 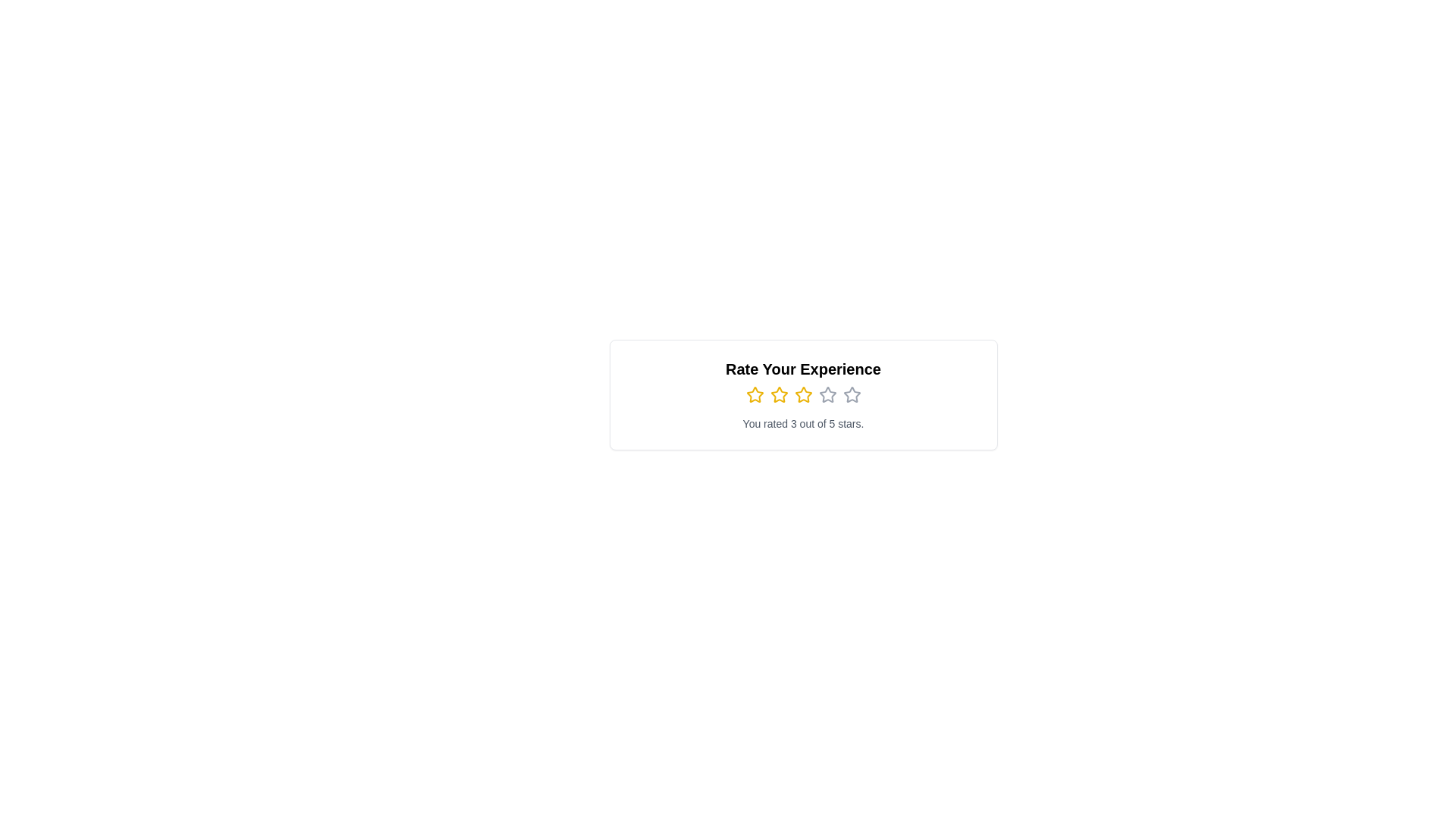 I want to click on the third hollow star icon in the rating section to set a 3-star rating, so click(x=826, y=394).